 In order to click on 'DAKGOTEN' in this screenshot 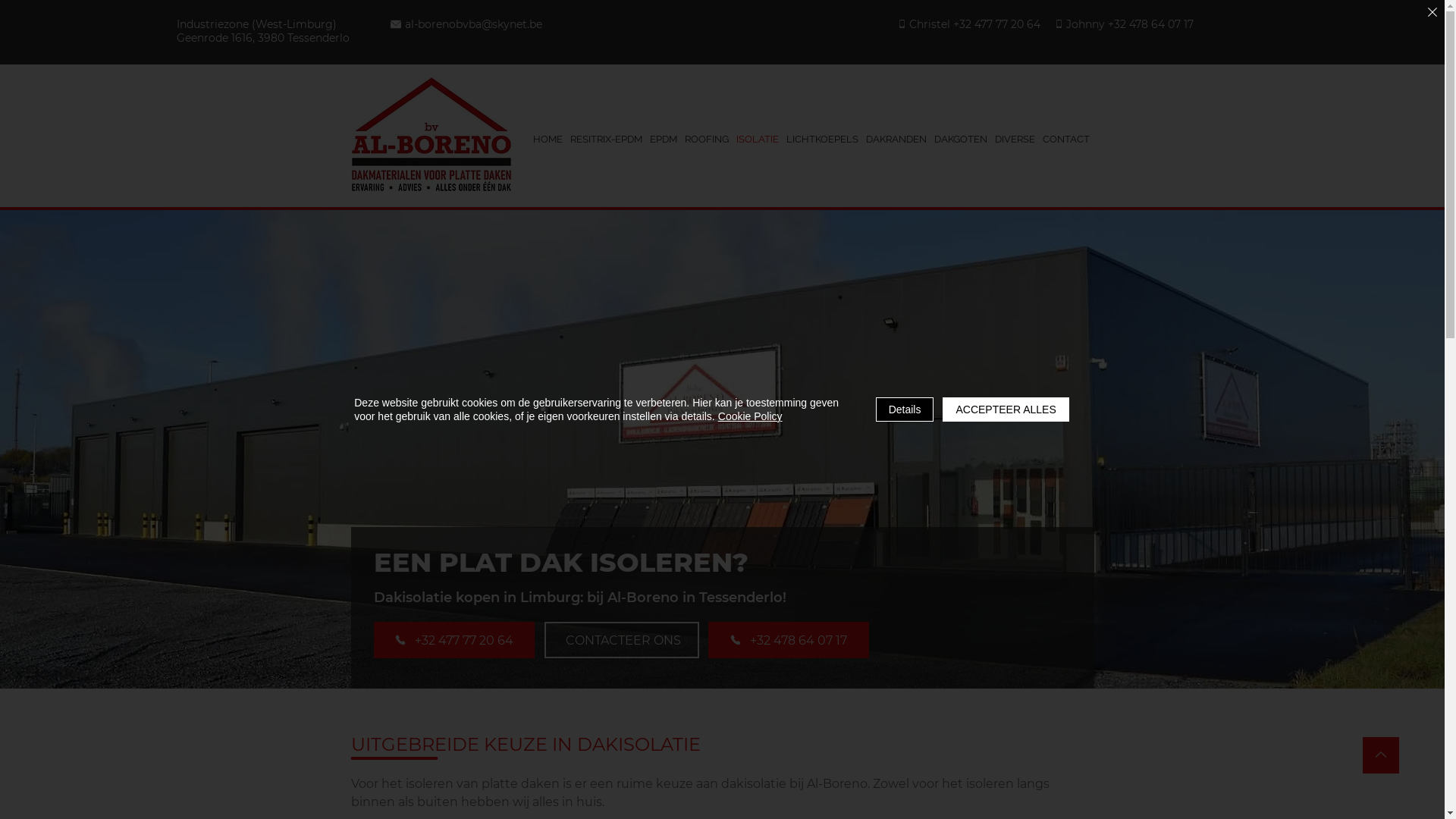, I will do `click(959, 139)`.